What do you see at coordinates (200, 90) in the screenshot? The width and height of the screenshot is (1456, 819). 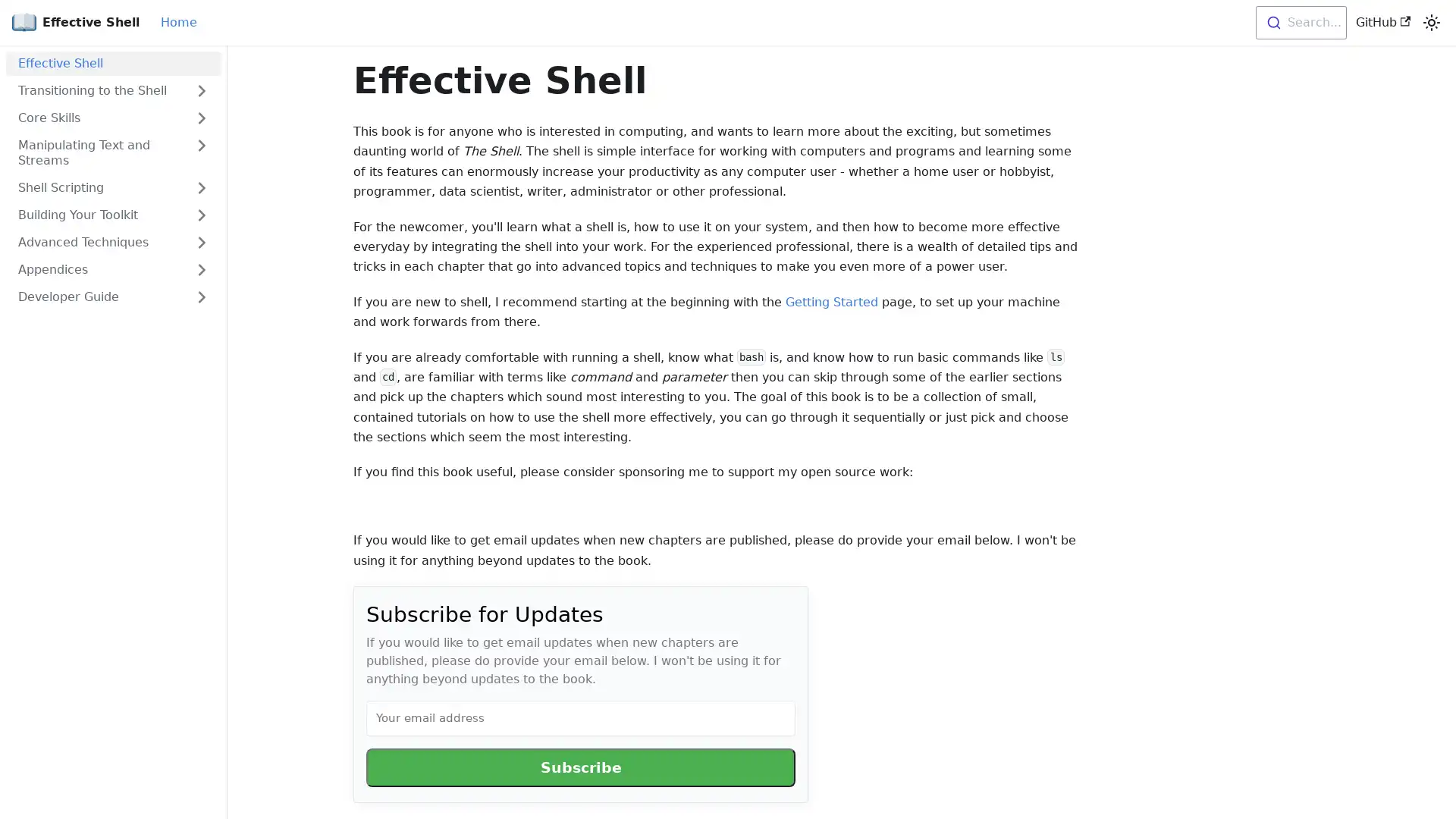 I see `Toggle the collapsible sidebar category 'Transitioning to the Shell'` at bounding box center [200, 90].